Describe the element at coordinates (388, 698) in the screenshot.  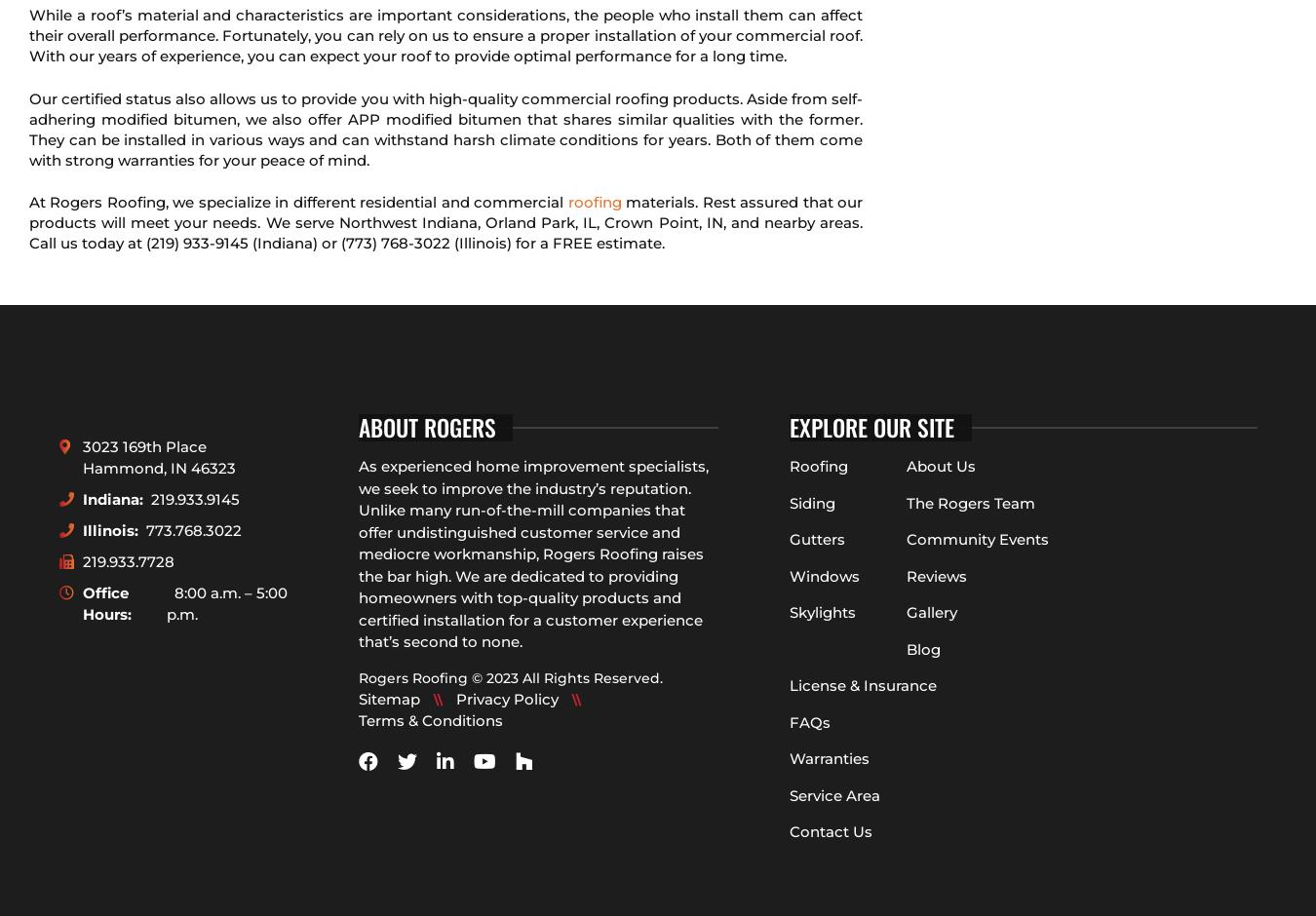
I see `'Sitemap'` at that location.